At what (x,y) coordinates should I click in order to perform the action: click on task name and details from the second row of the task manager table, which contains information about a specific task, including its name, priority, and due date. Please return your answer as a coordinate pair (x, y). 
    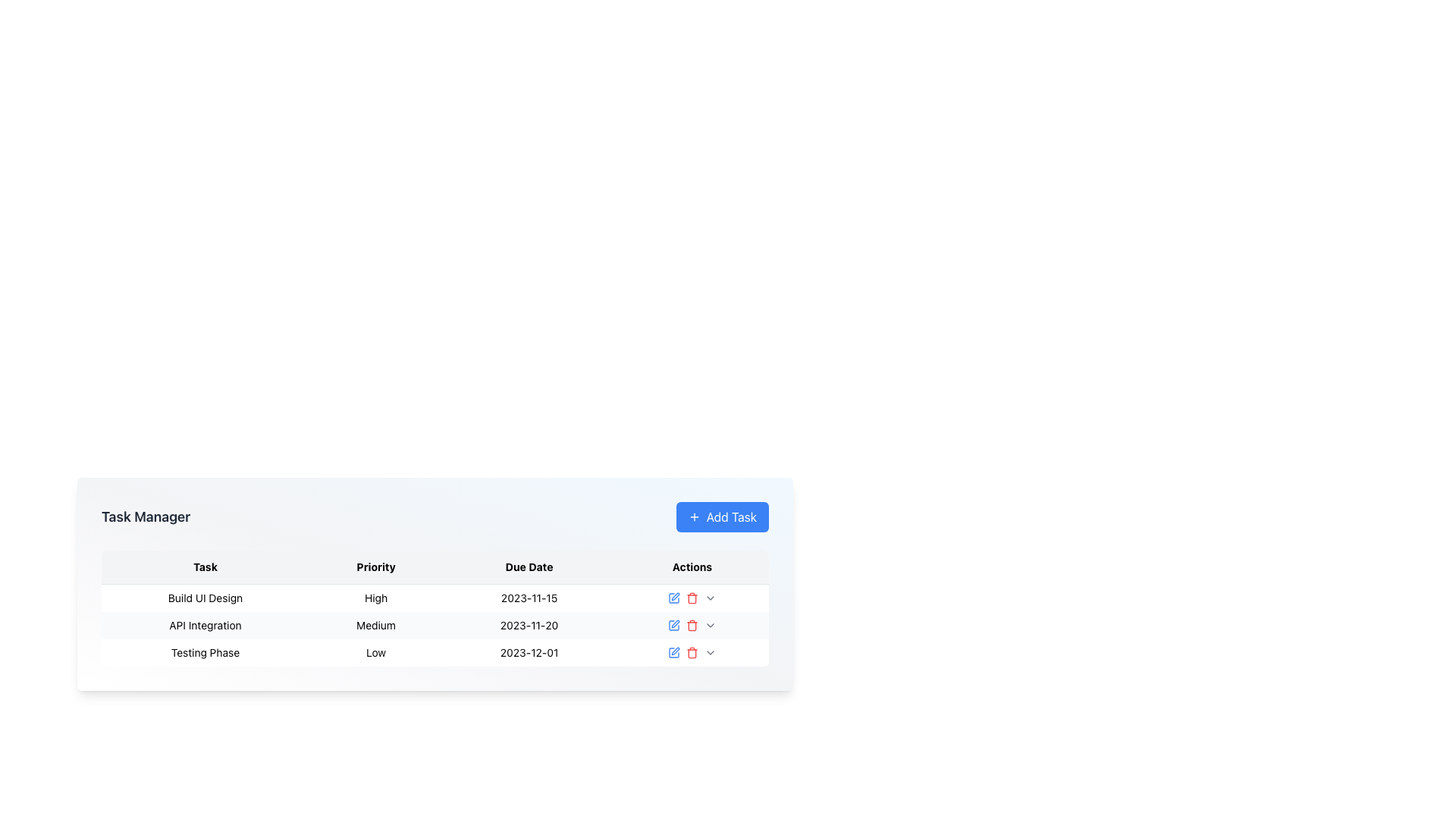
    Looking at the image, I should click on (435, 625).